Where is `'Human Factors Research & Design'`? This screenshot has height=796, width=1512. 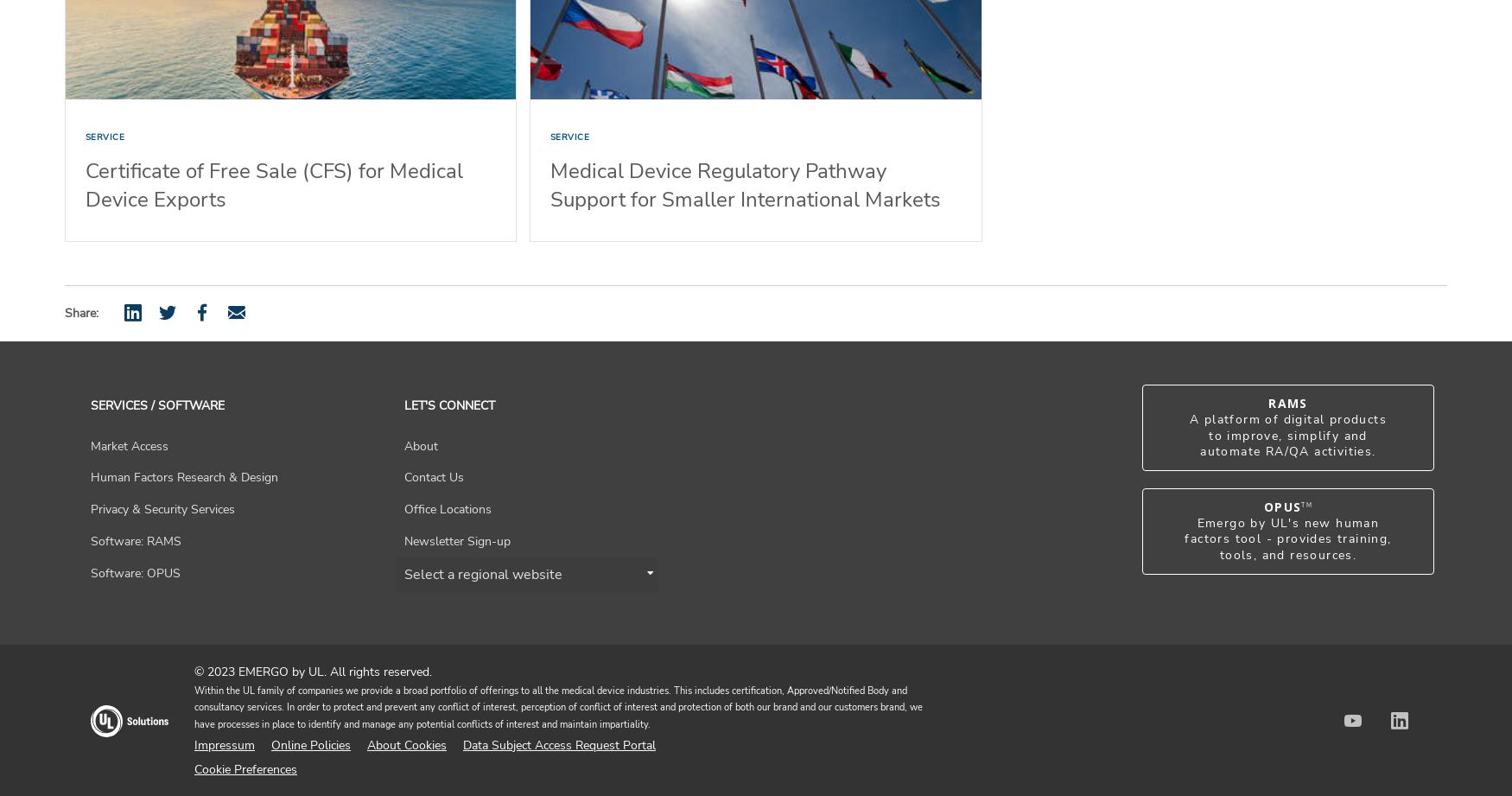
'Human Factors Research & Design' is located at coordinates (184, 476).